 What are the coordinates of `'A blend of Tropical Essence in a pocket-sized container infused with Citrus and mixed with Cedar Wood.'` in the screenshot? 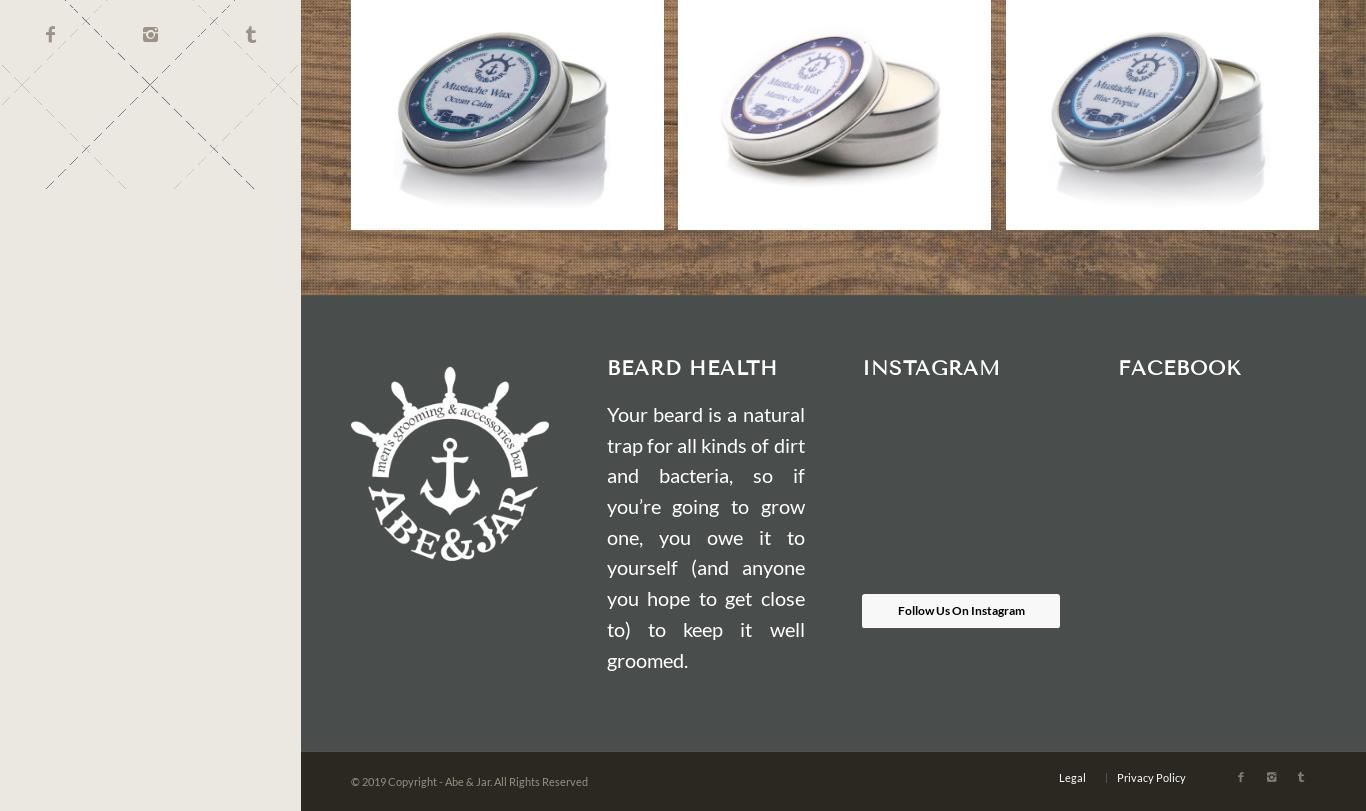 It's located at (1161, 134).